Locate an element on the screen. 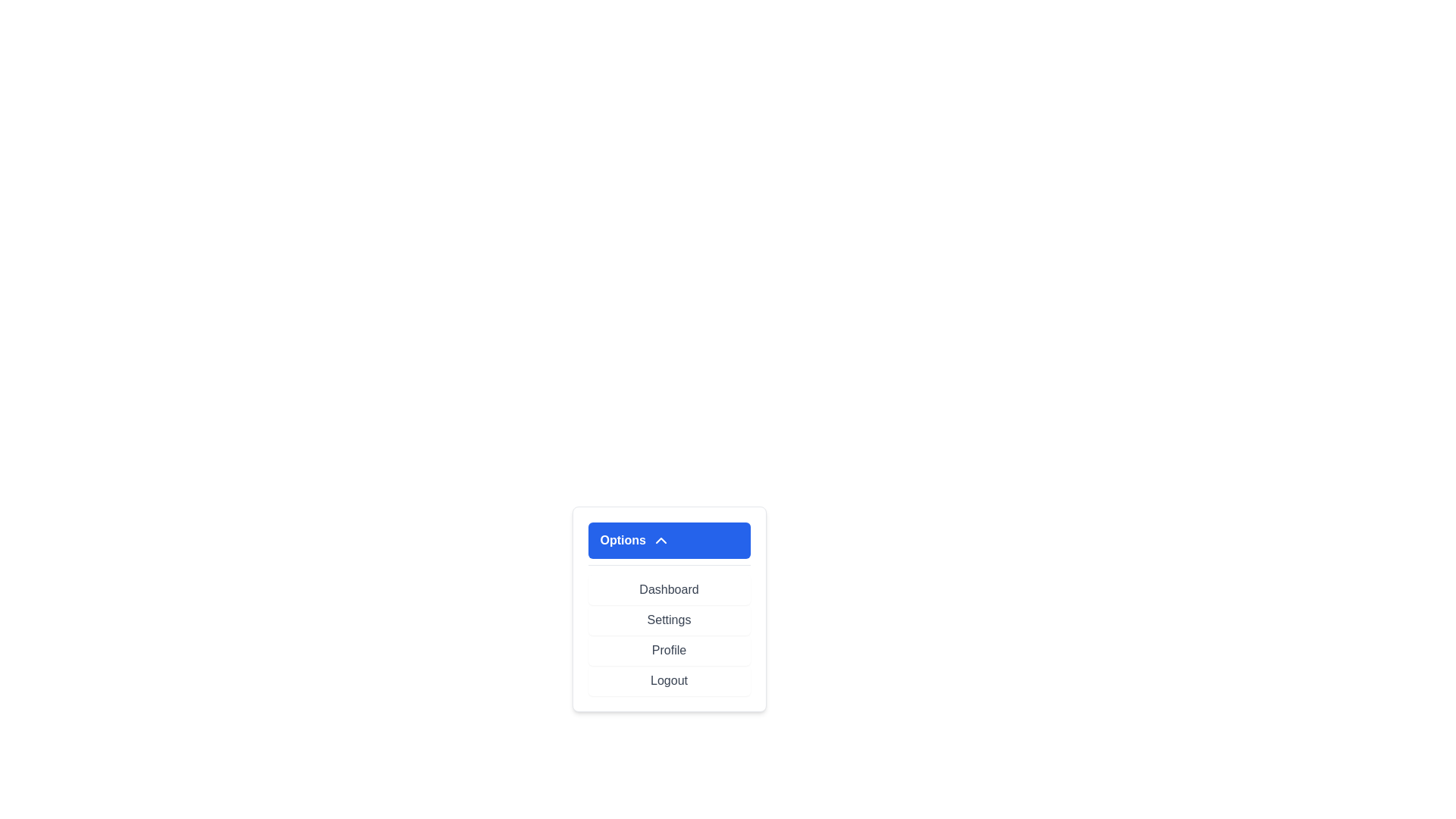  the menu item Settings by clicking on it is located at coordinates (668, 620).